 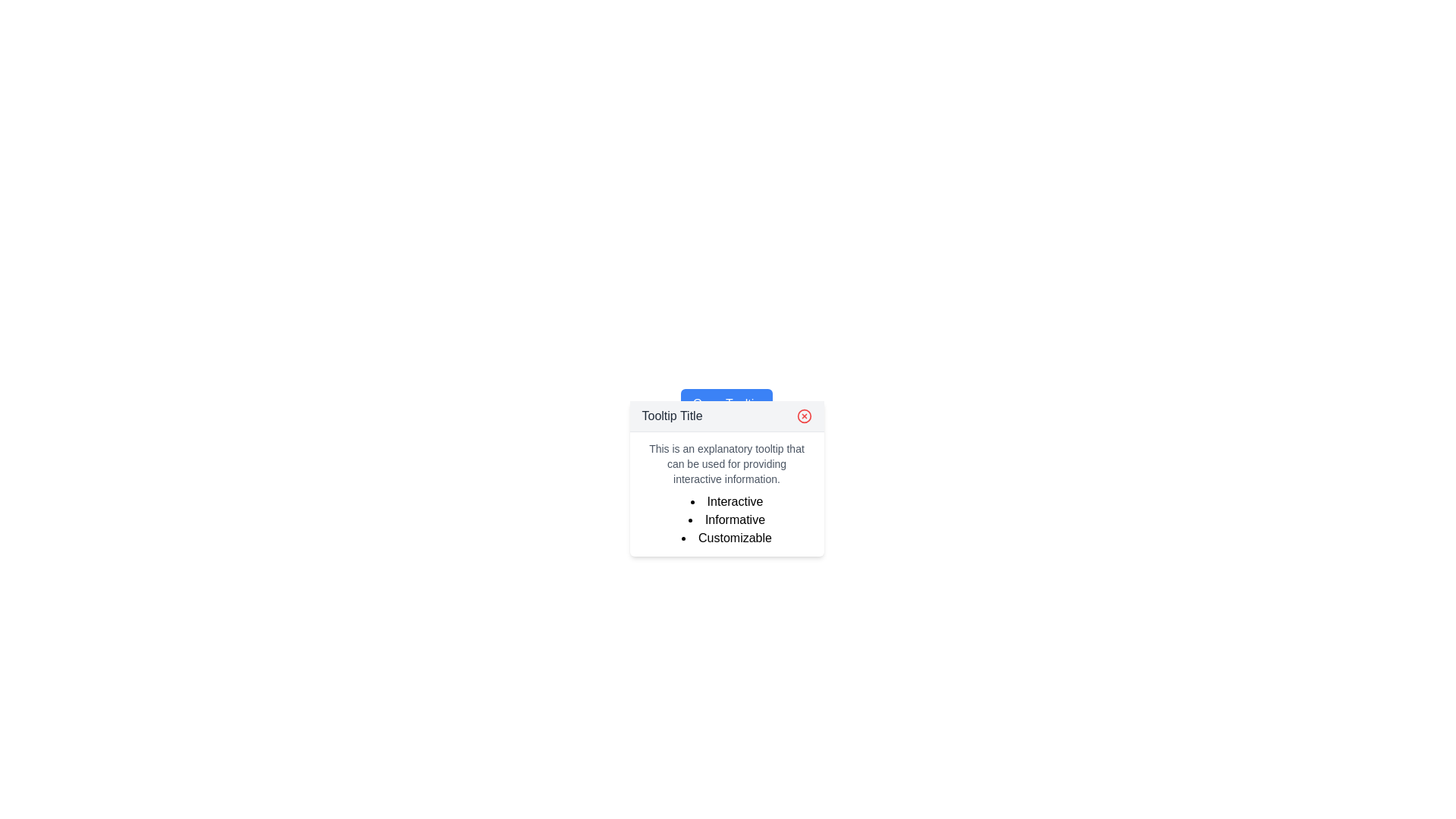 What do you see at coordinates (726, 479) in the screenshot?
I see `the tooltip that provides additional information to users, positioned slightly below the 'Open Tooltip' button` at bounding box center [726, 479].